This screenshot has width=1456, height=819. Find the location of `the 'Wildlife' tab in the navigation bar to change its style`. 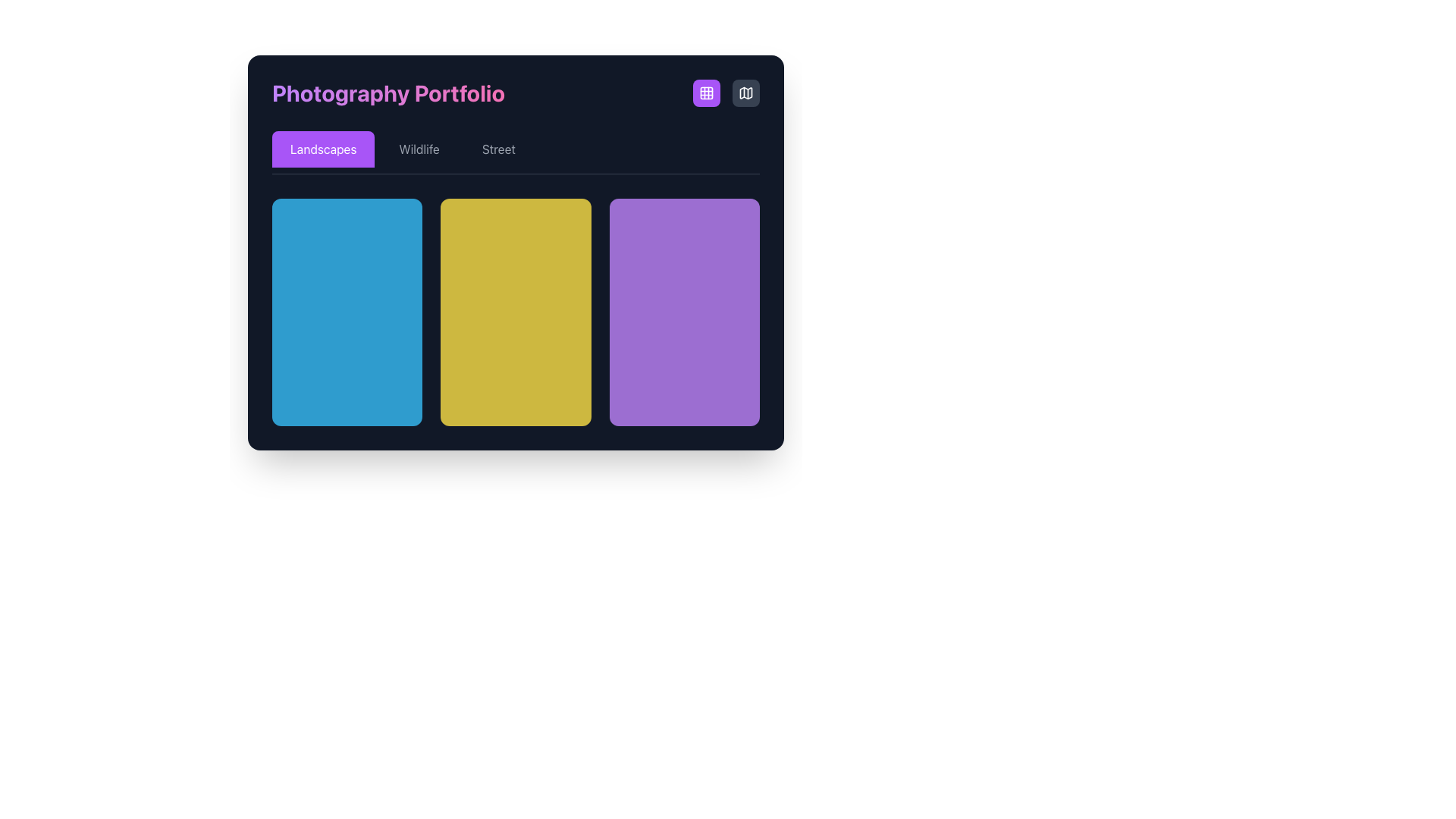

the 'Wildlife' tab in the navigation bar to change its style is located at coordinates (419, 149).